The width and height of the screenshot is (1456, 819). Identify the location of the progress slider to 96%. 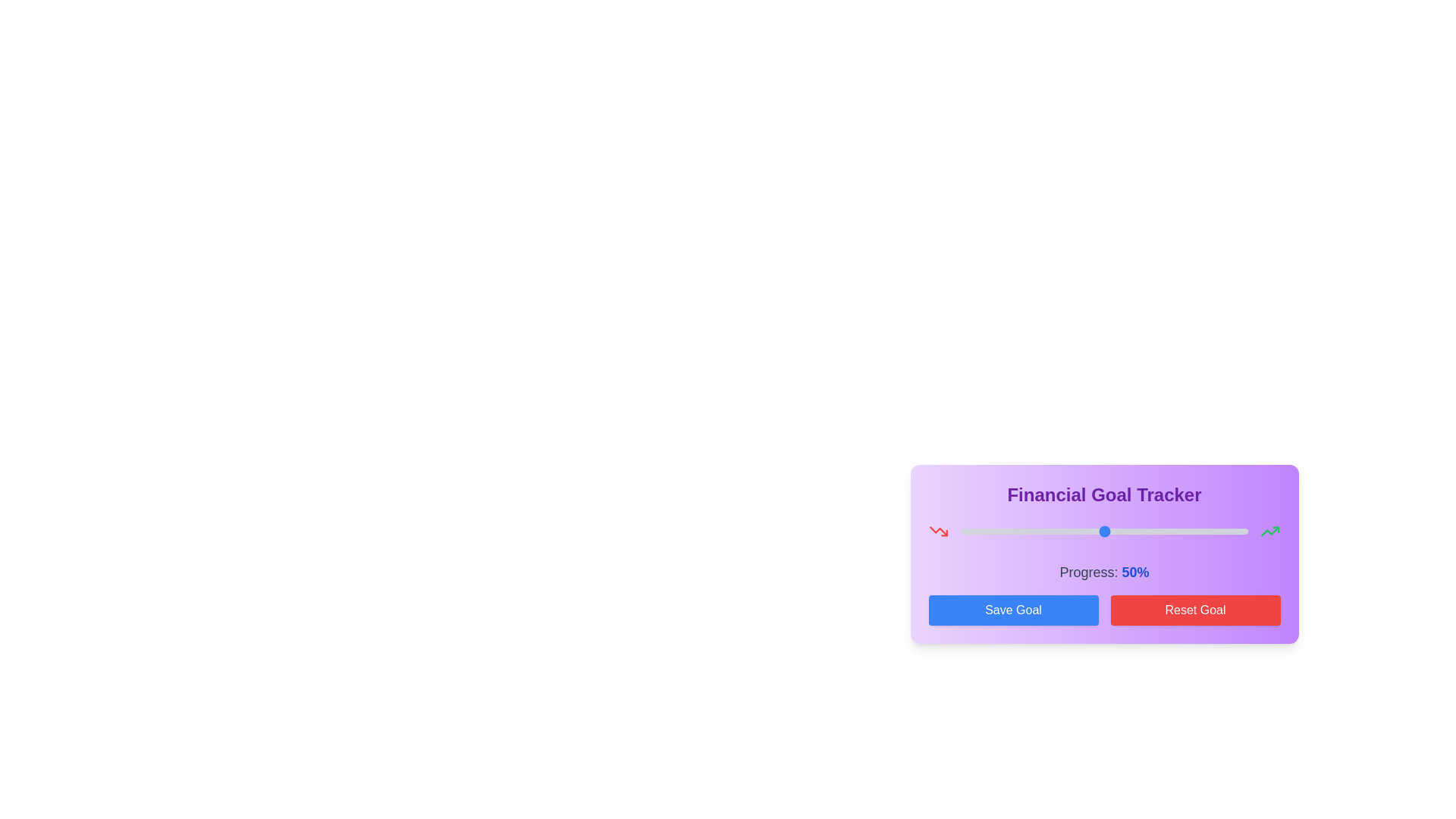
(1237, 531).